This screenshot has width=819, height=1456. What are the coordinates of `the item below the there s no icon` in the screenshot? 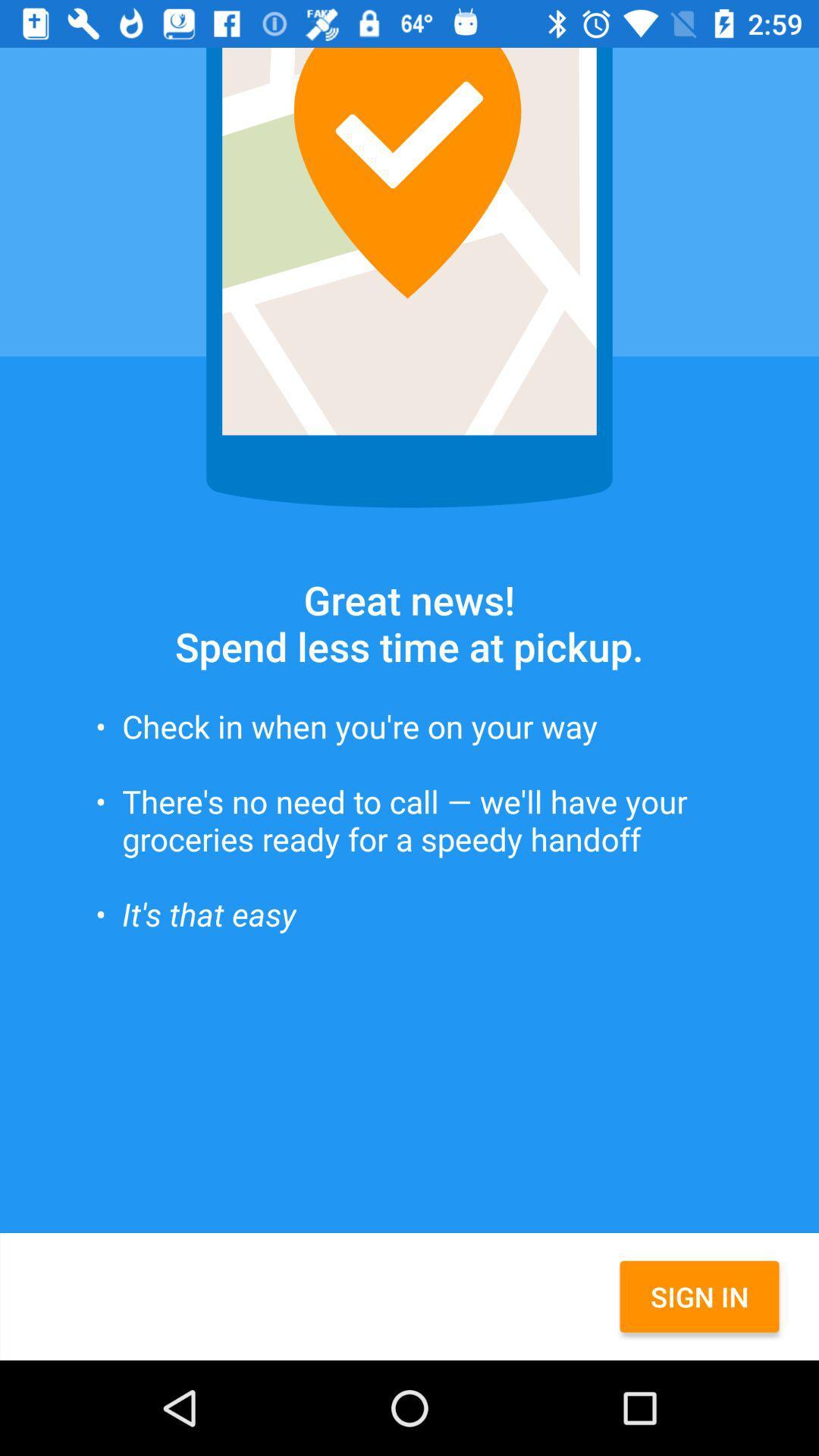 It's located at (699, 1295).